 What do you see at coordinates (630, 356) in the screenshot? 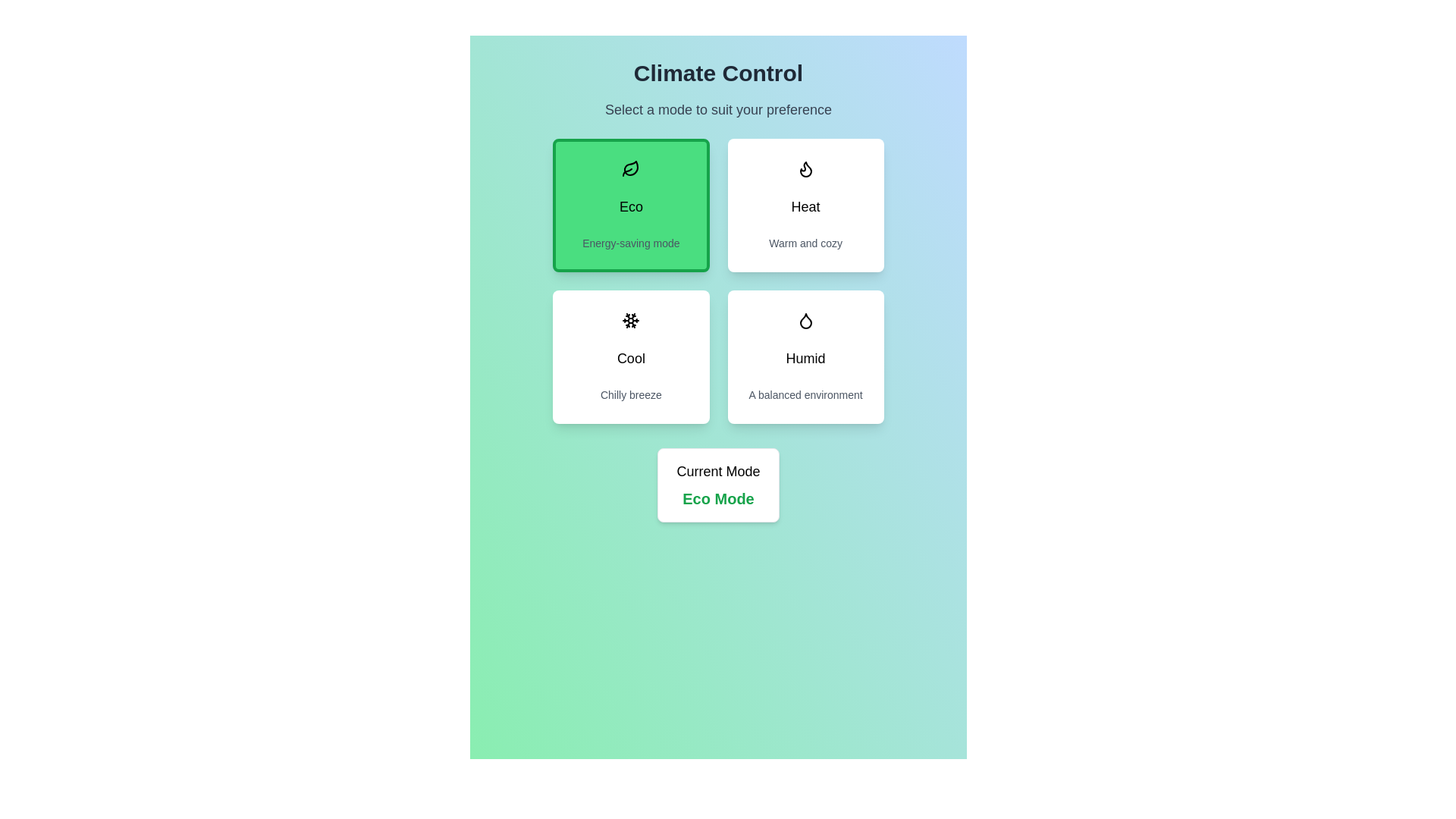
I see `the button corresponding to the mode Cool` at bounding box center [630, 356].